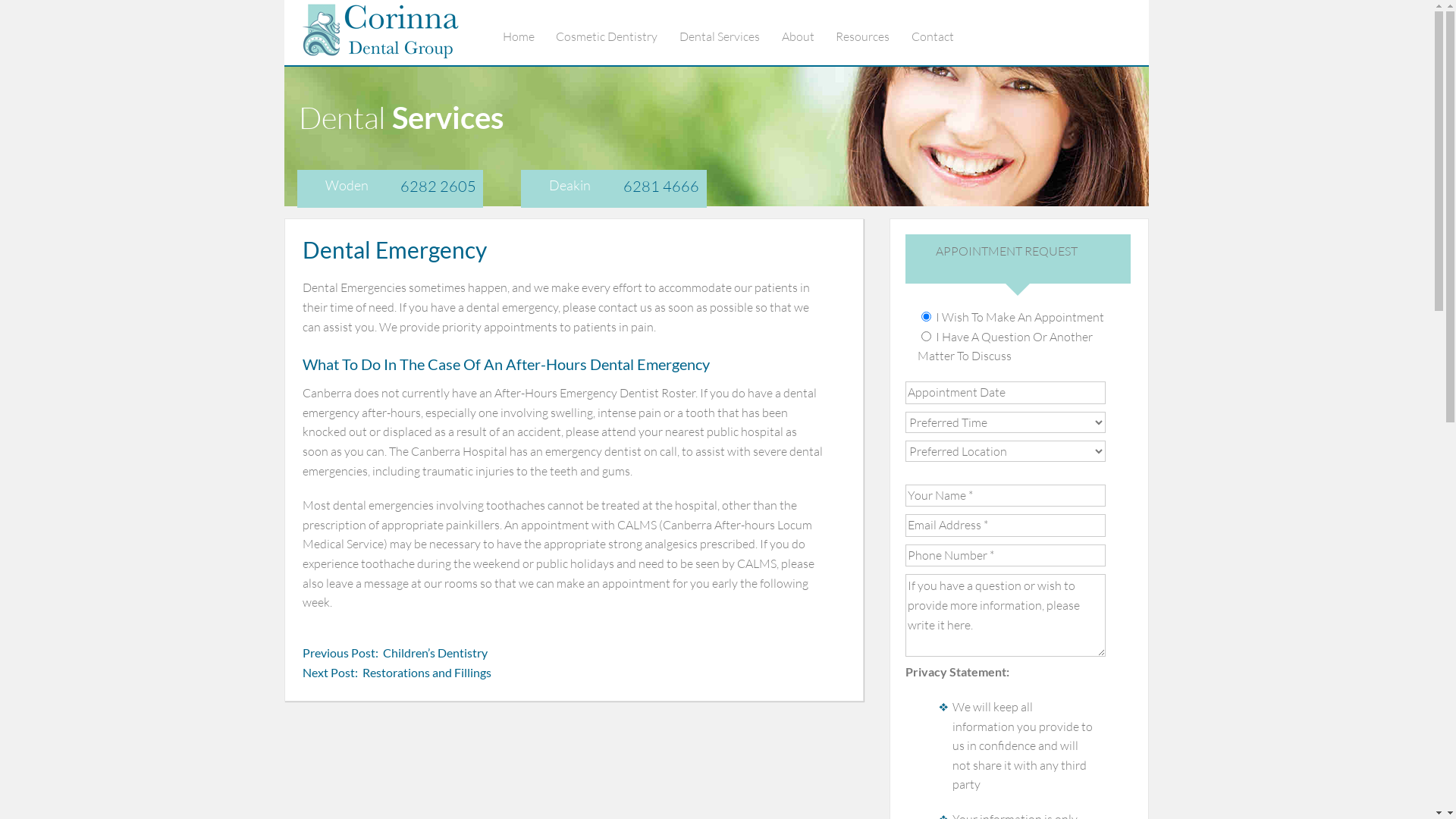 This screenshot has height=819, width=1456. Describe the element at coordinates (729, 35) in the screenshot. I see `'Dental Services'` at that location.